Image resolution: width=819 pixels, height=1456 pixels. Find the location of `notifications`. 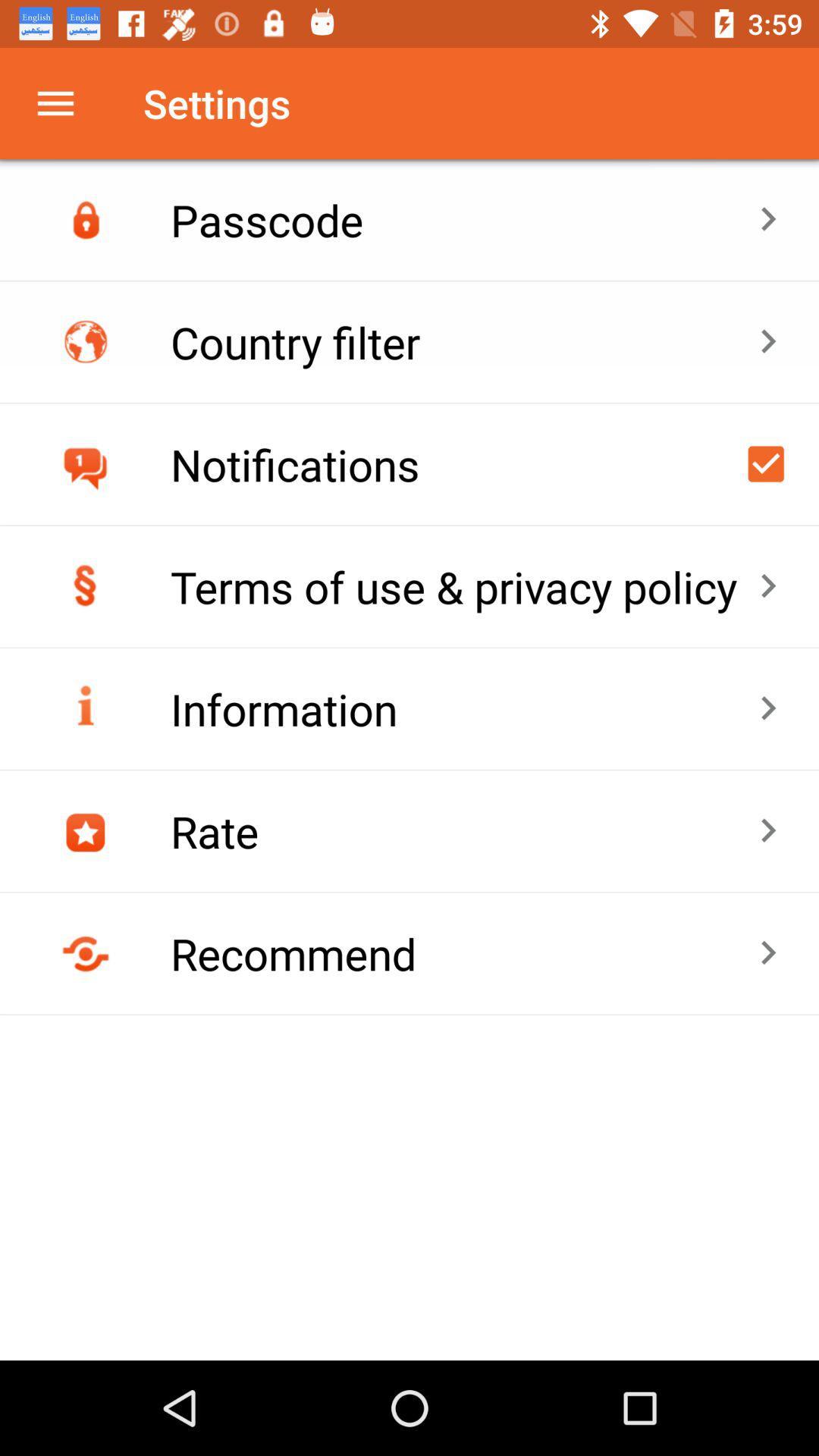

notifications is located at coordinates (766, 463).